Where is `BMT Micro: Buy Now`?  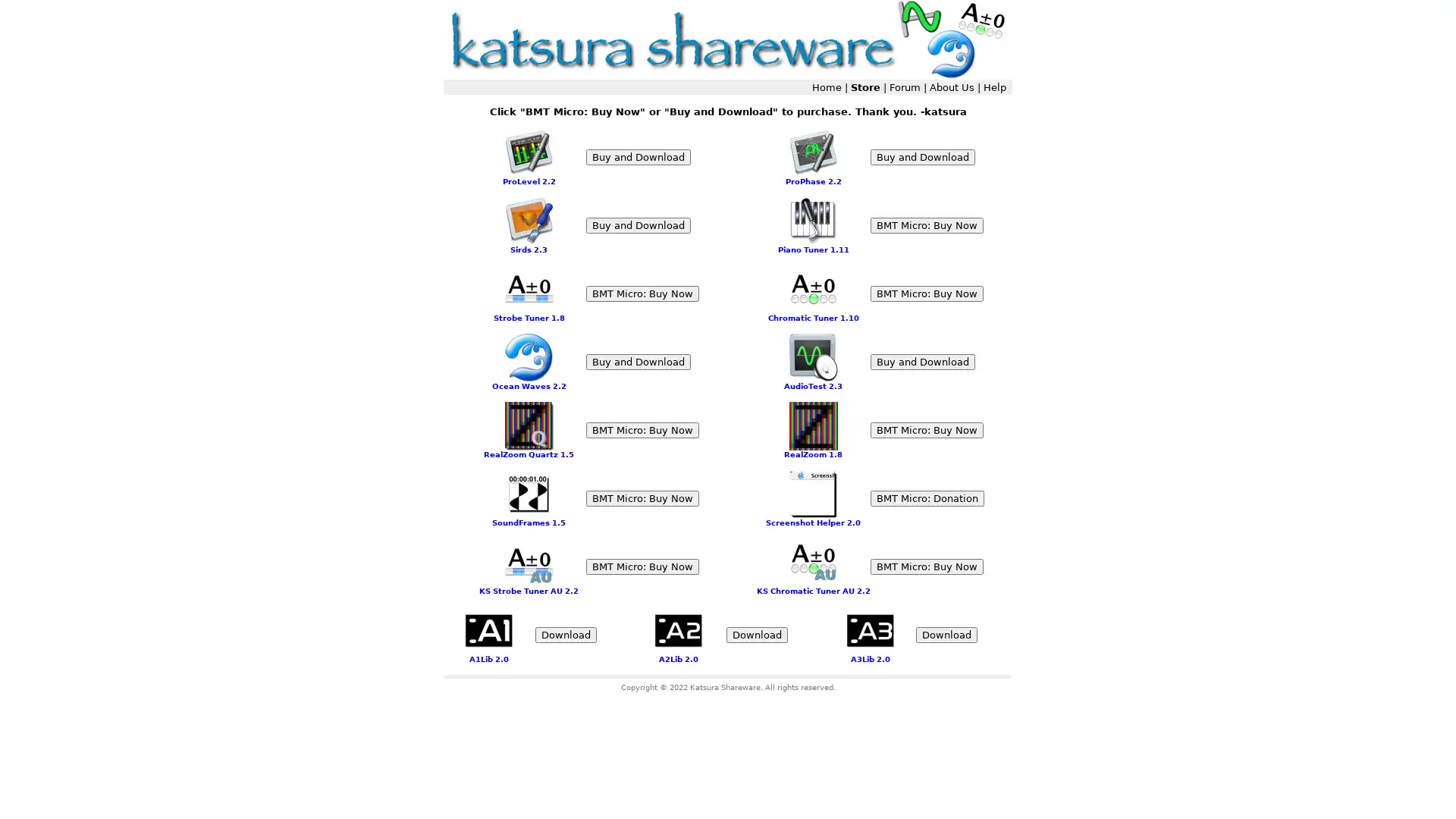
BMT Micro: Buy Now is located at coordinates (925, 225).